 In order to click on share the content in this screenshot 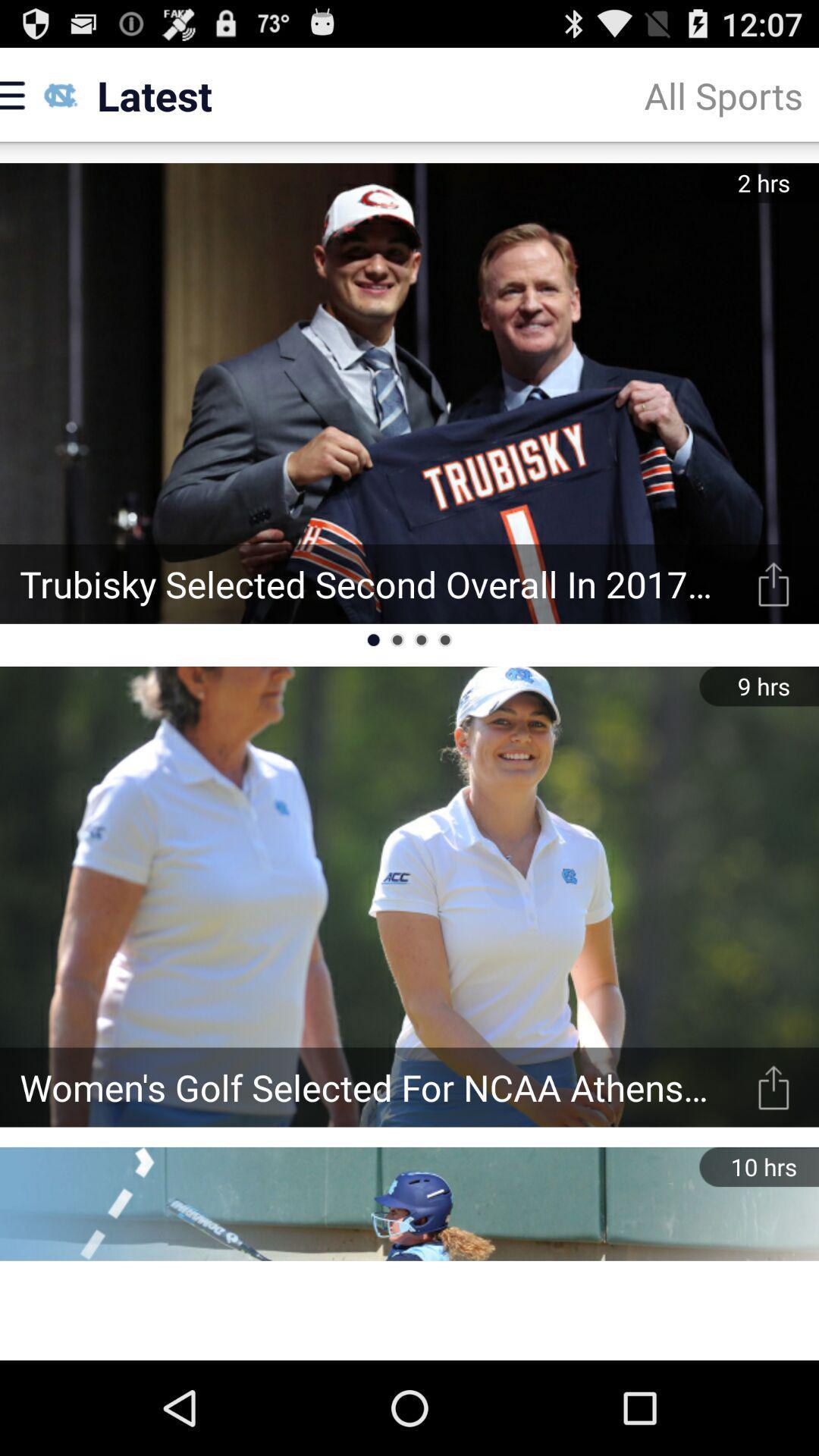, I will do `click(773, 583)`.